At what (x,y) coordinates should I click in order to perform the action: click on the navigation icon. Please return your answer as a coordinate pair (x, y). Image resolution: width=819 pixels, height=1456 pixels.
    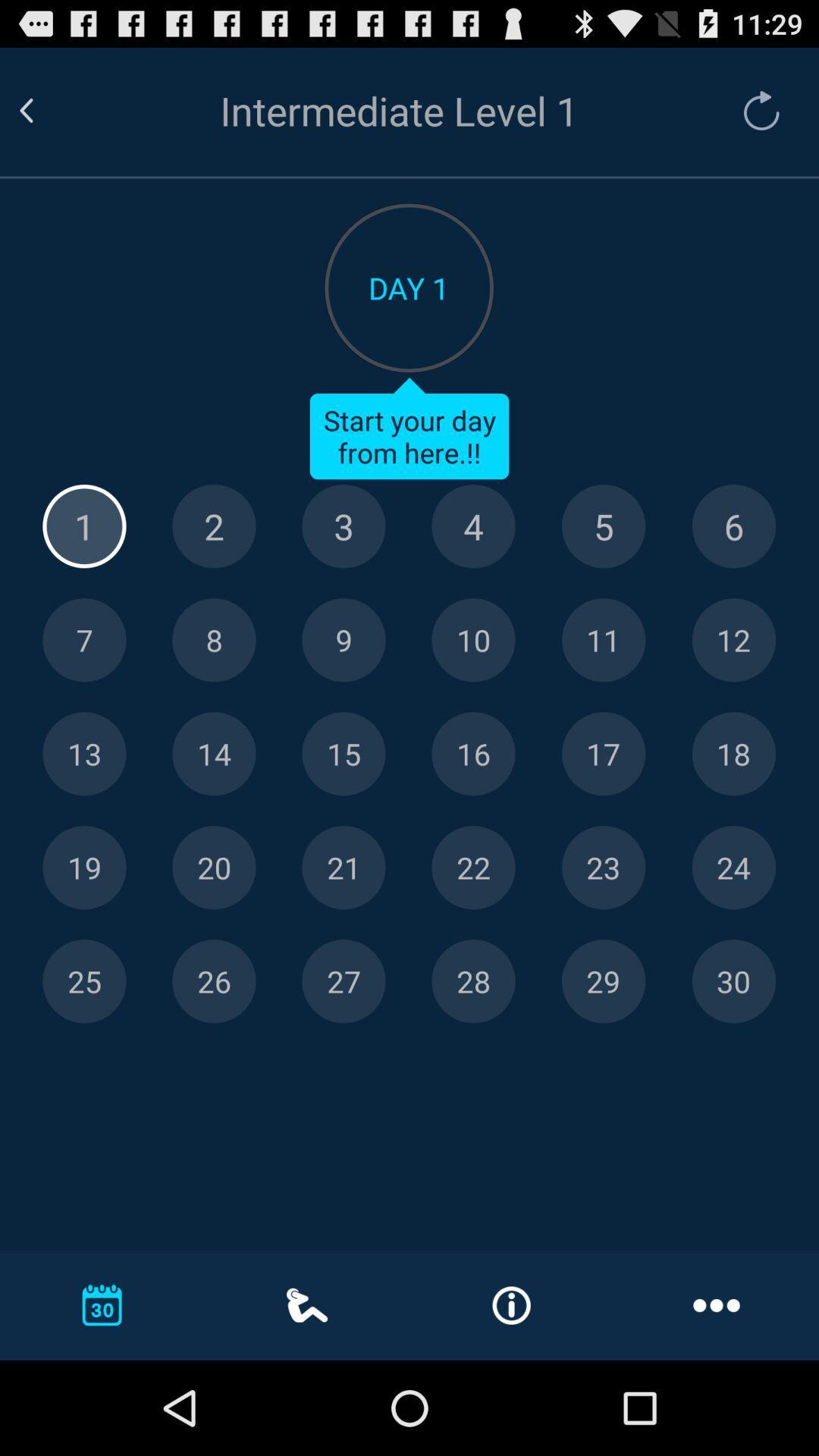
    Looking at the image, I should click on (84, 684).